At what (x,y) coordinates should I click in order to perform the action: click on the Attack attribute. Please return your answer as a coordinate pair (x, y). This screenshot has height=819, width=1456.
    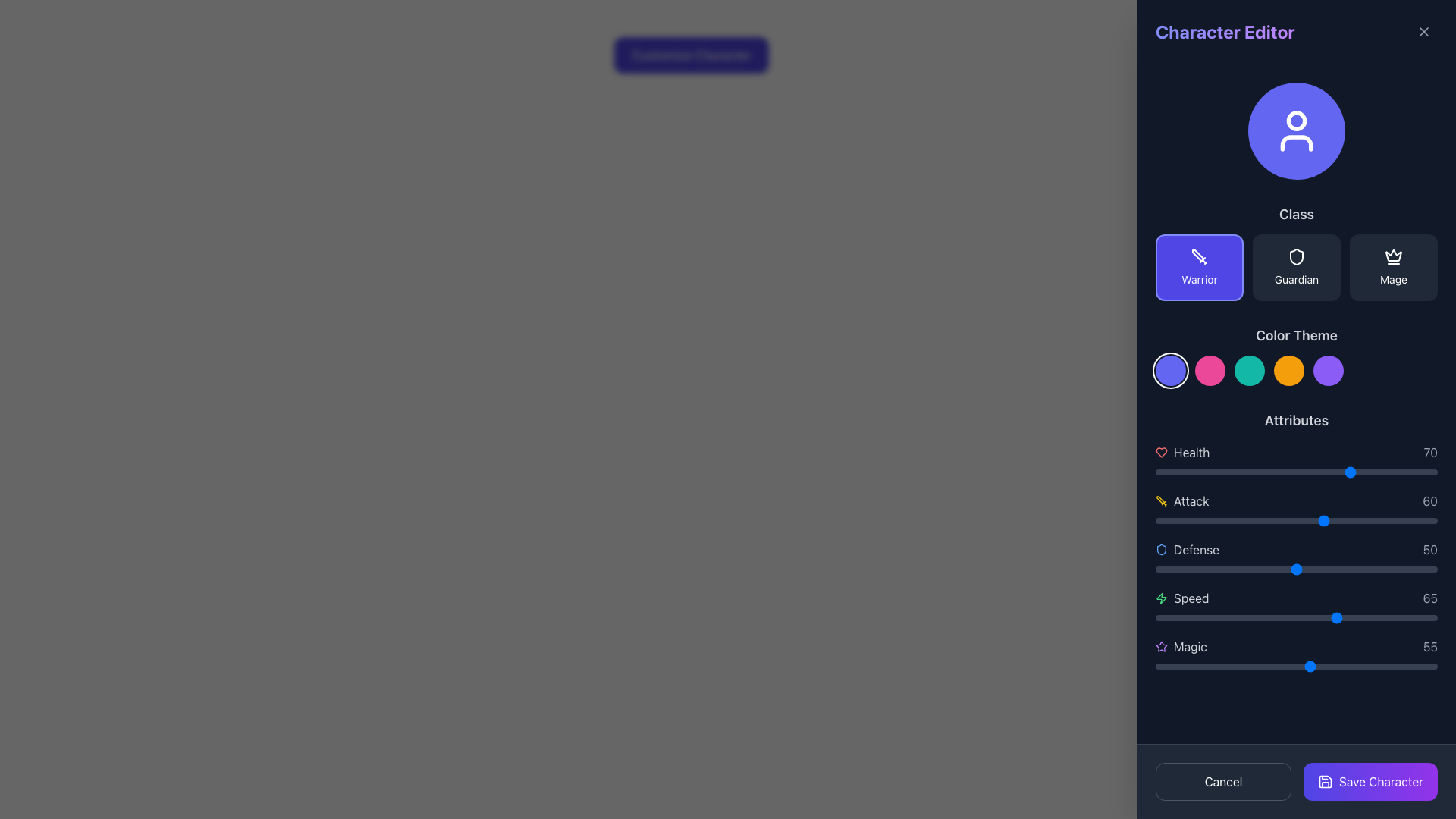
    Looking at the image, I should click on (1356, 519).